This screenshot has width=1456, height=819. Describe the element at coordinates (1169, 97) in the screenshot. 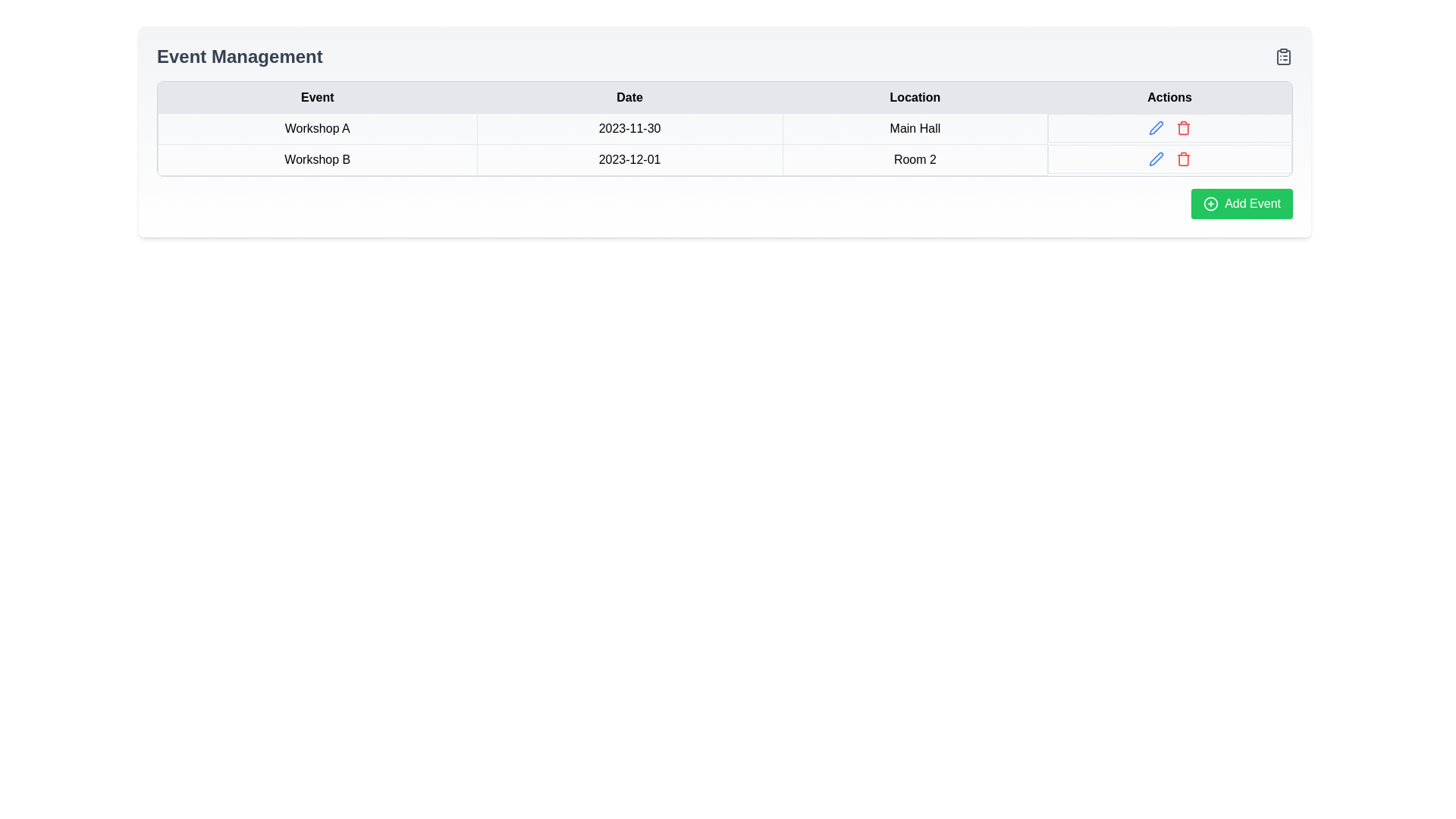

I see `the 'Actions' text label, which is the fourth header cell in the table and displays the text in bold black font within a light gray cell` at that location.